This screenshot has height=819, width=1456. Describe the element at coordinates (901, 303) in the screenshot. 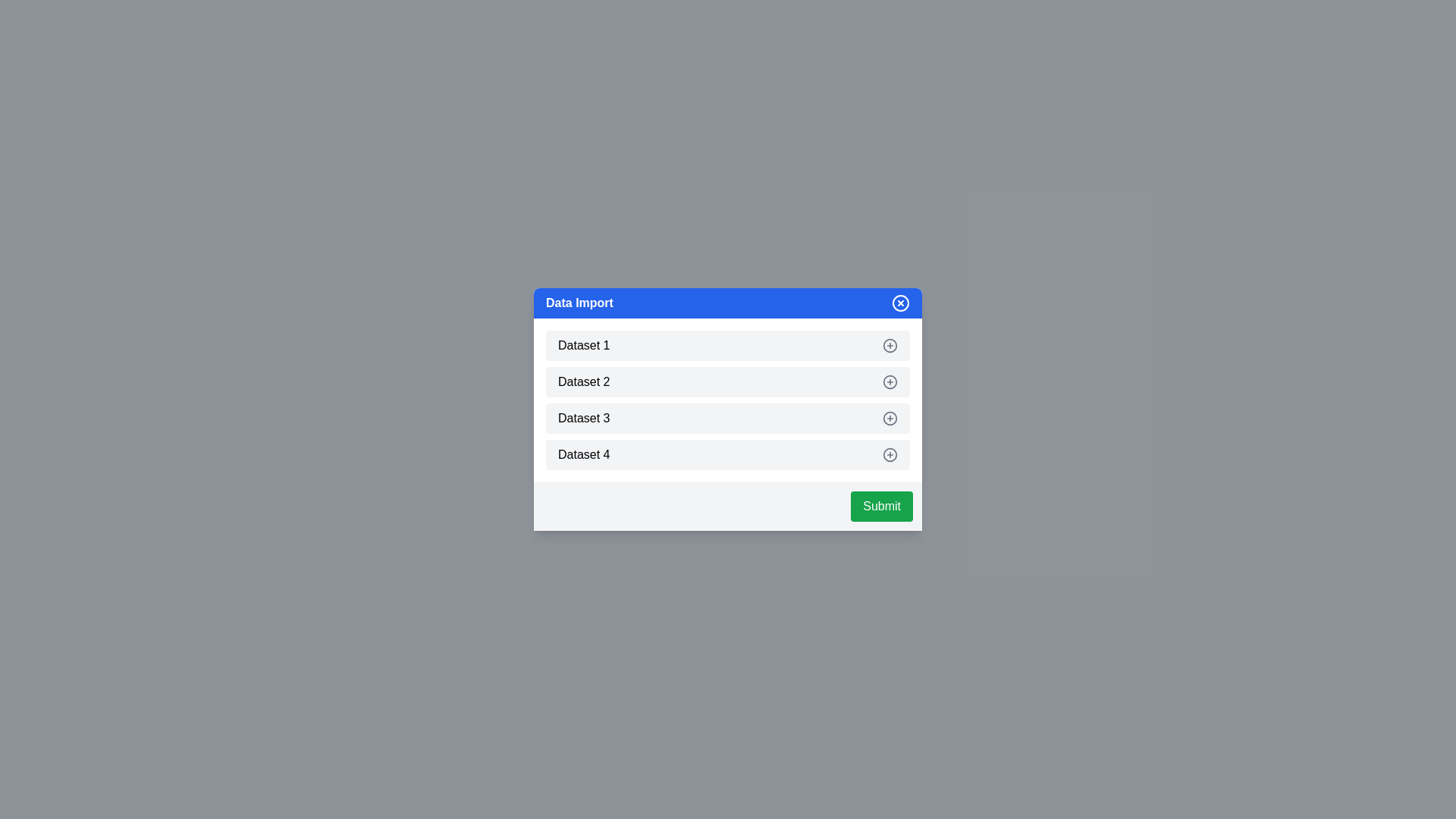

I see `the close button to dismiss the dialog` at that location.